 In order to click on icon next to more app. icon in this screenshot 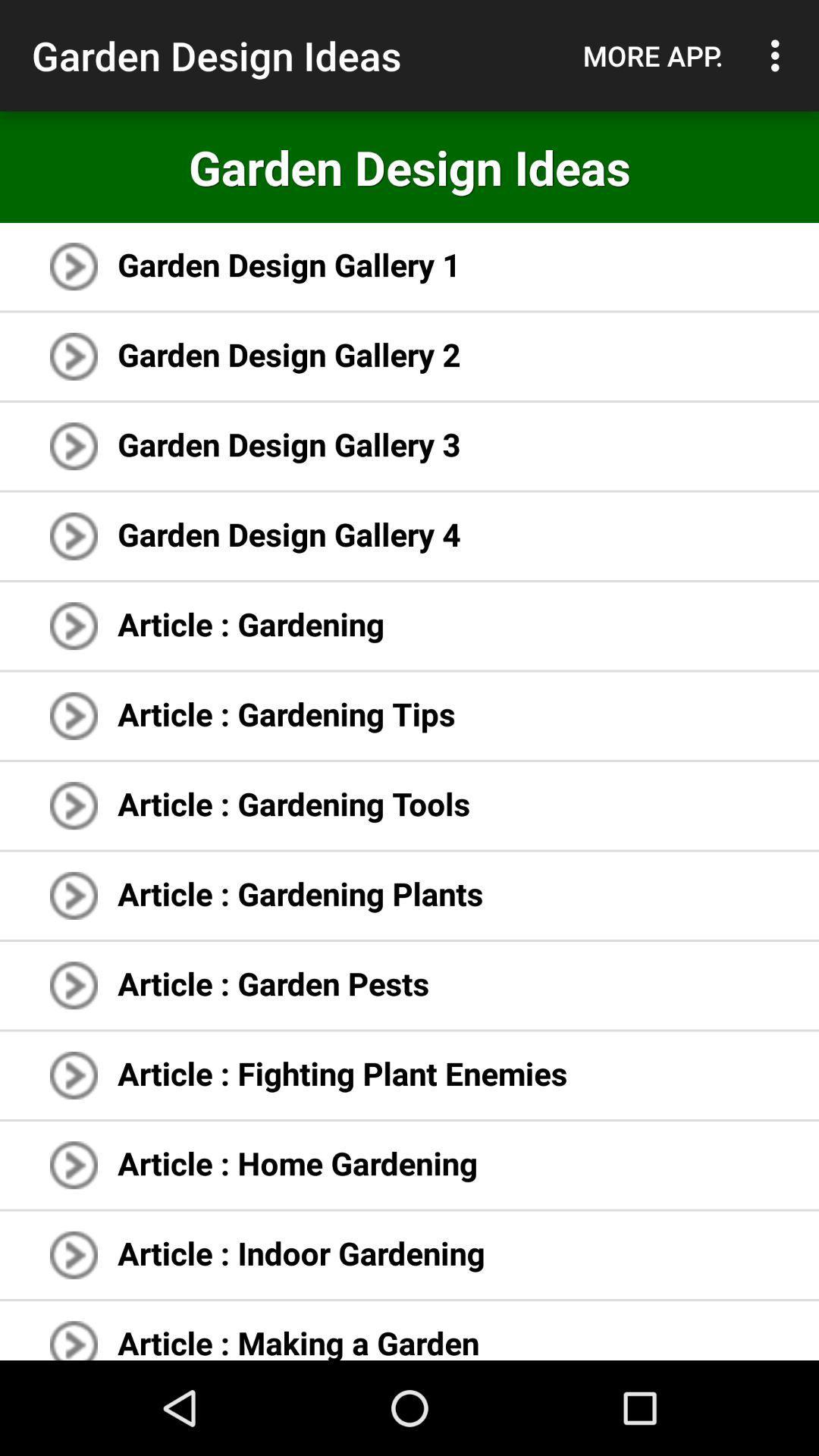, I will do `click(779, 55)`.